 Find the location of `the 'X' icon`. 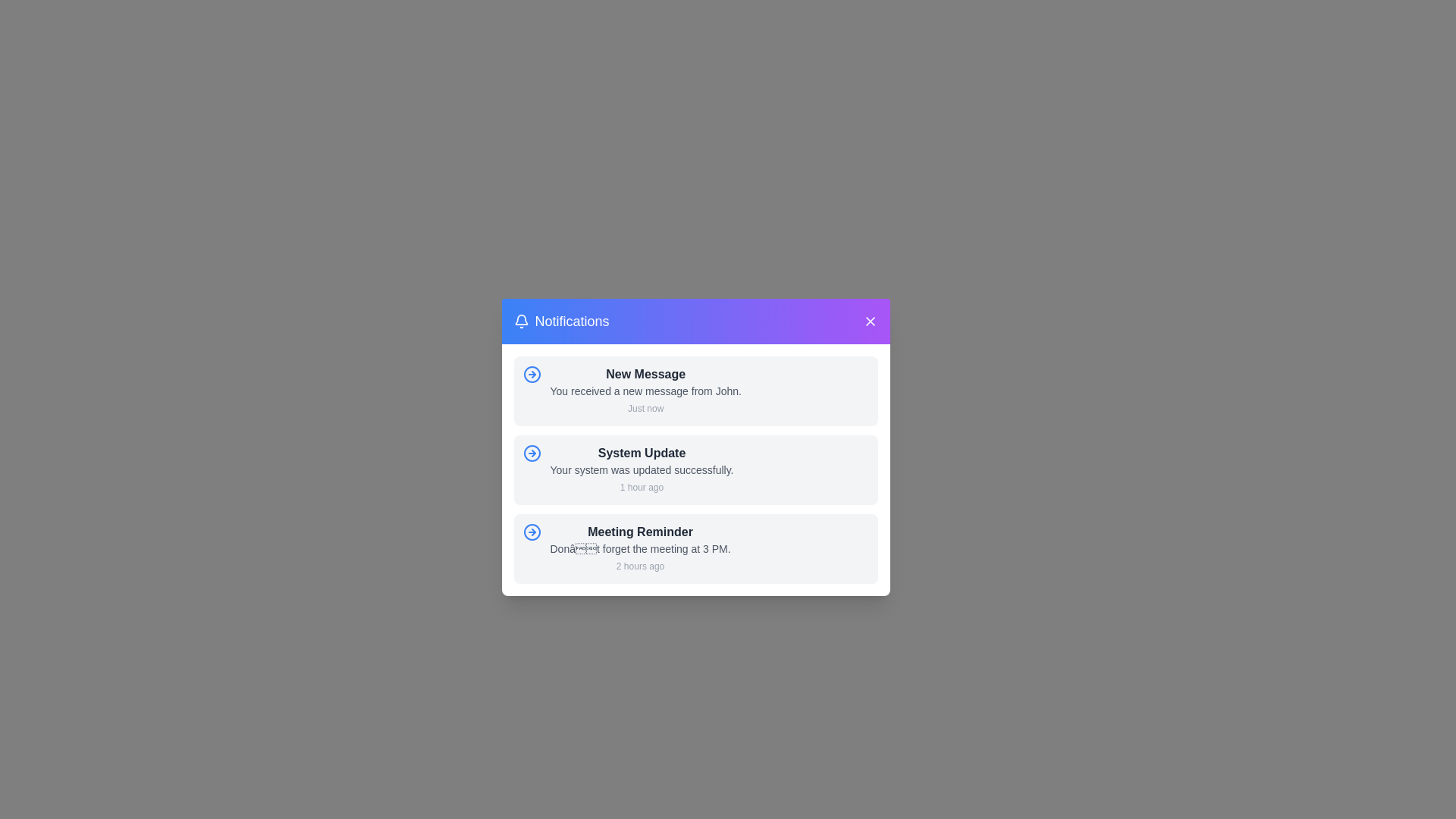

the 'X' icon is located at coordinates (870, 321).